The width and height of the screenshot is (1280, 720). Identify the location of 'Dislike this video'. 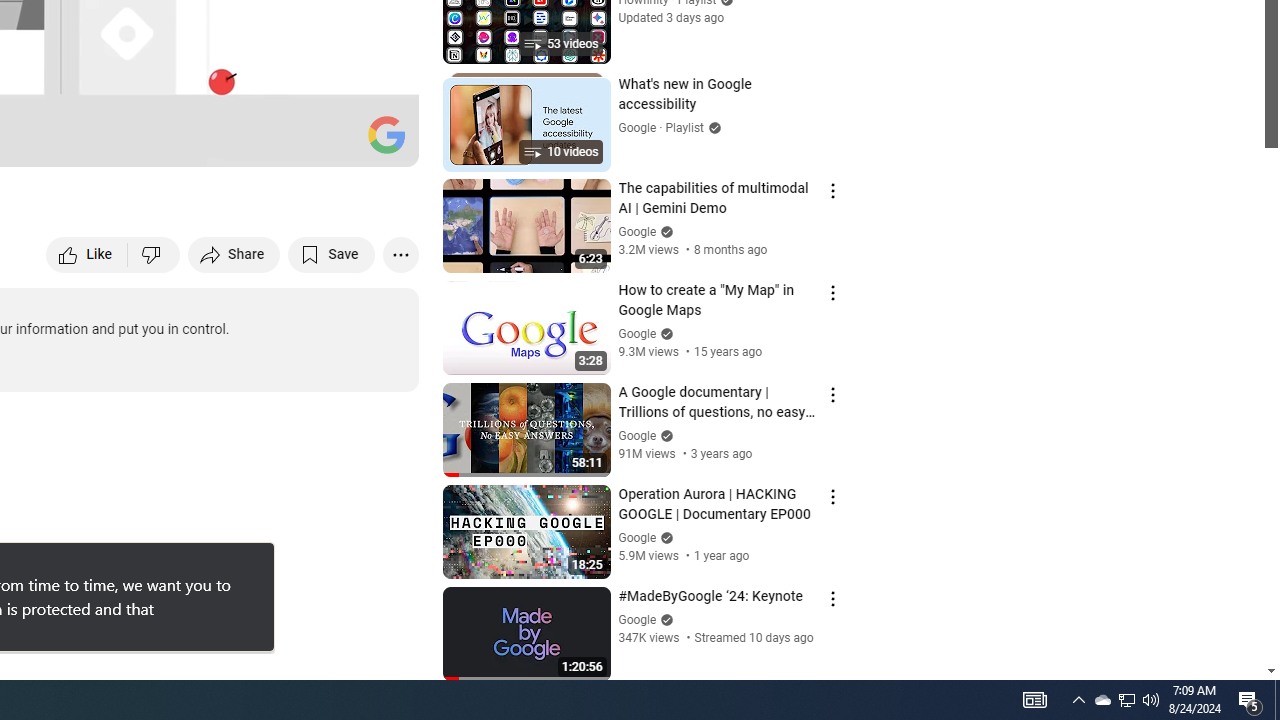
(153, 253).